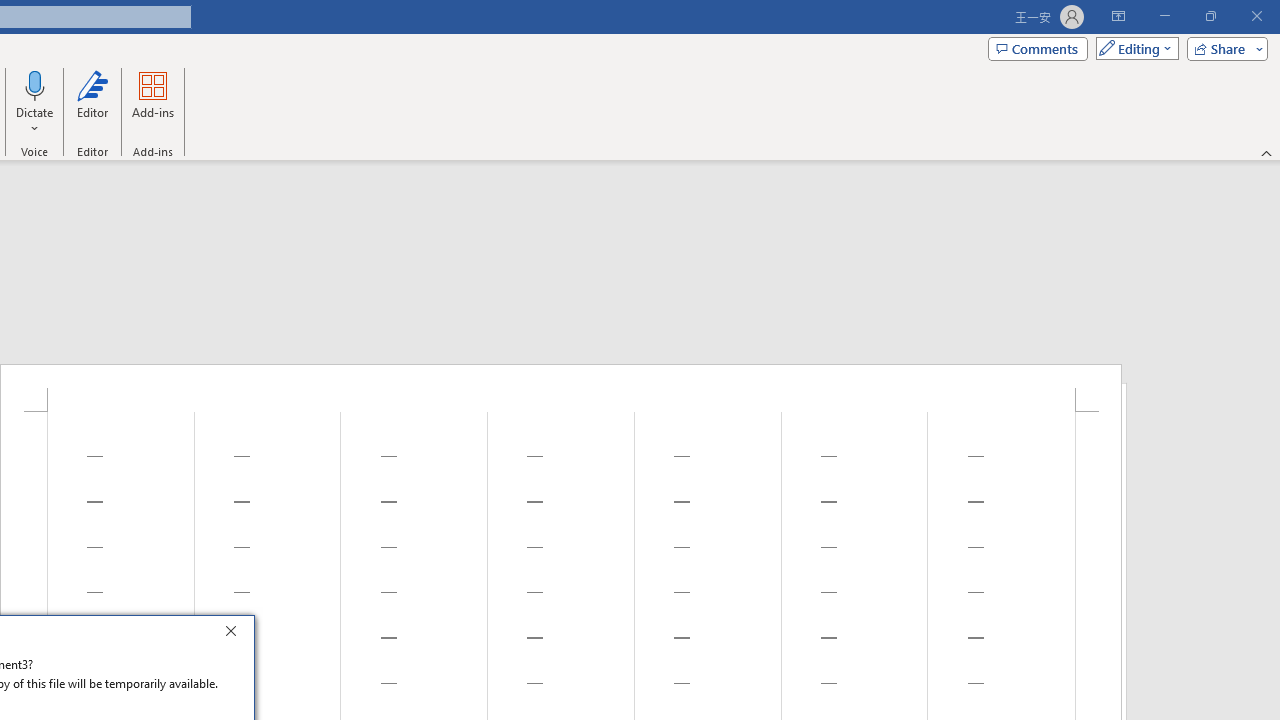 This screenshot has width=1280, height=720. I want to click on 'Restore Down', so click(1209, 16).